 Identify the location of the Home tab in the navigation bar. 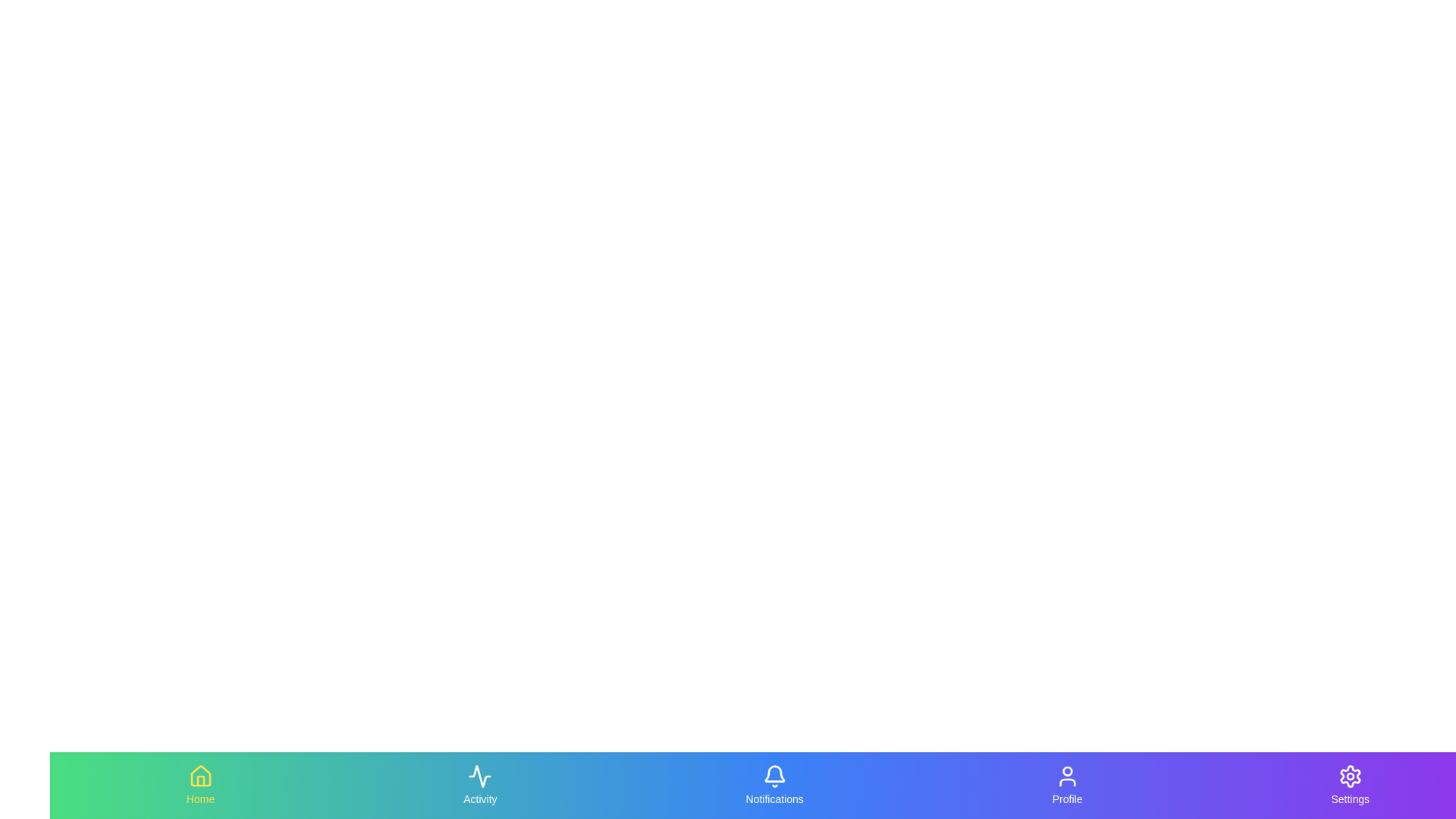
(199, 785).